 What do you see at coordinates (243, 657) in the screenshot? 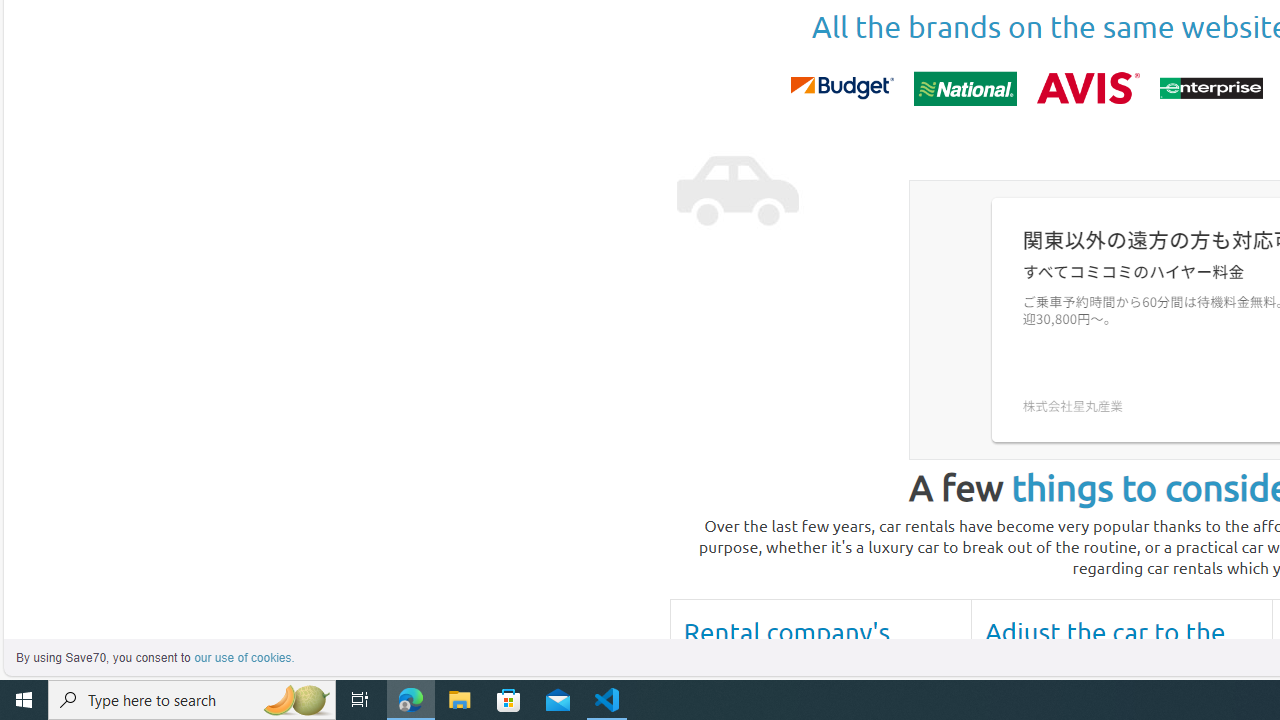
I see `'learn more about cookies'` at bounding box center [243, 657].